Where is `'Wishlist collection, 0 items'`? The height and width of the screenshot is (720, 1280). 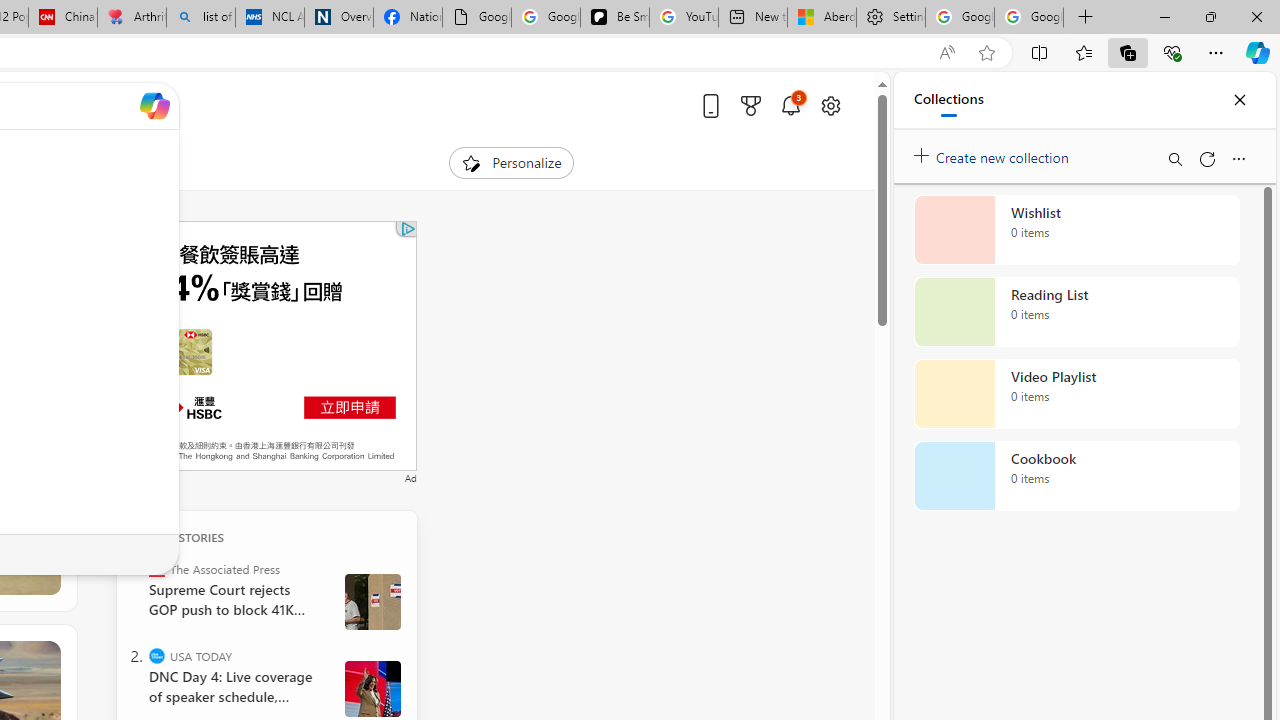
'Wishlist collection, 0 items' is located at coordinates (1076, 229).